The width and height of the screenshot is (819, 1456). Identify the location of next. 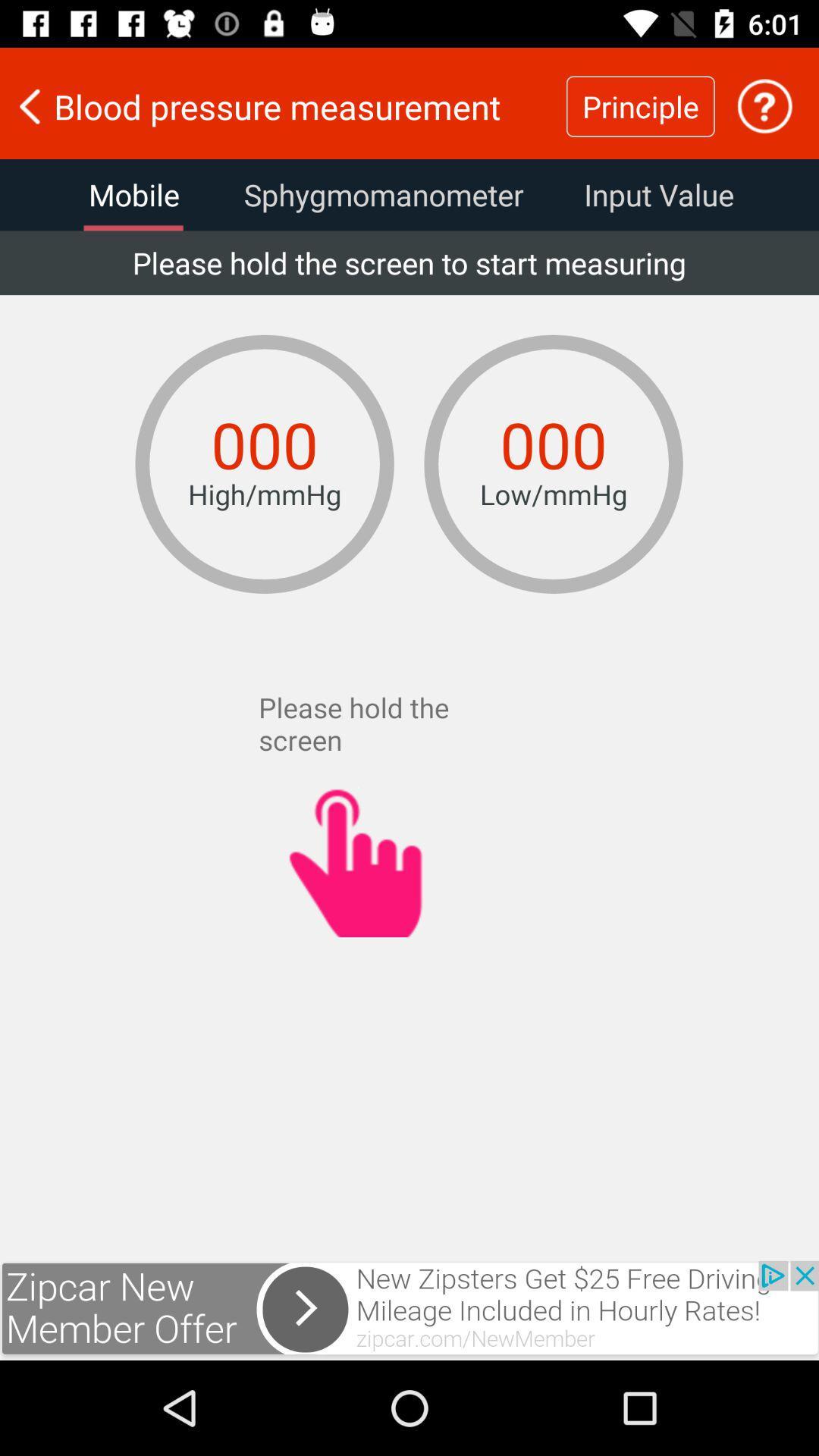
(409, 1310).